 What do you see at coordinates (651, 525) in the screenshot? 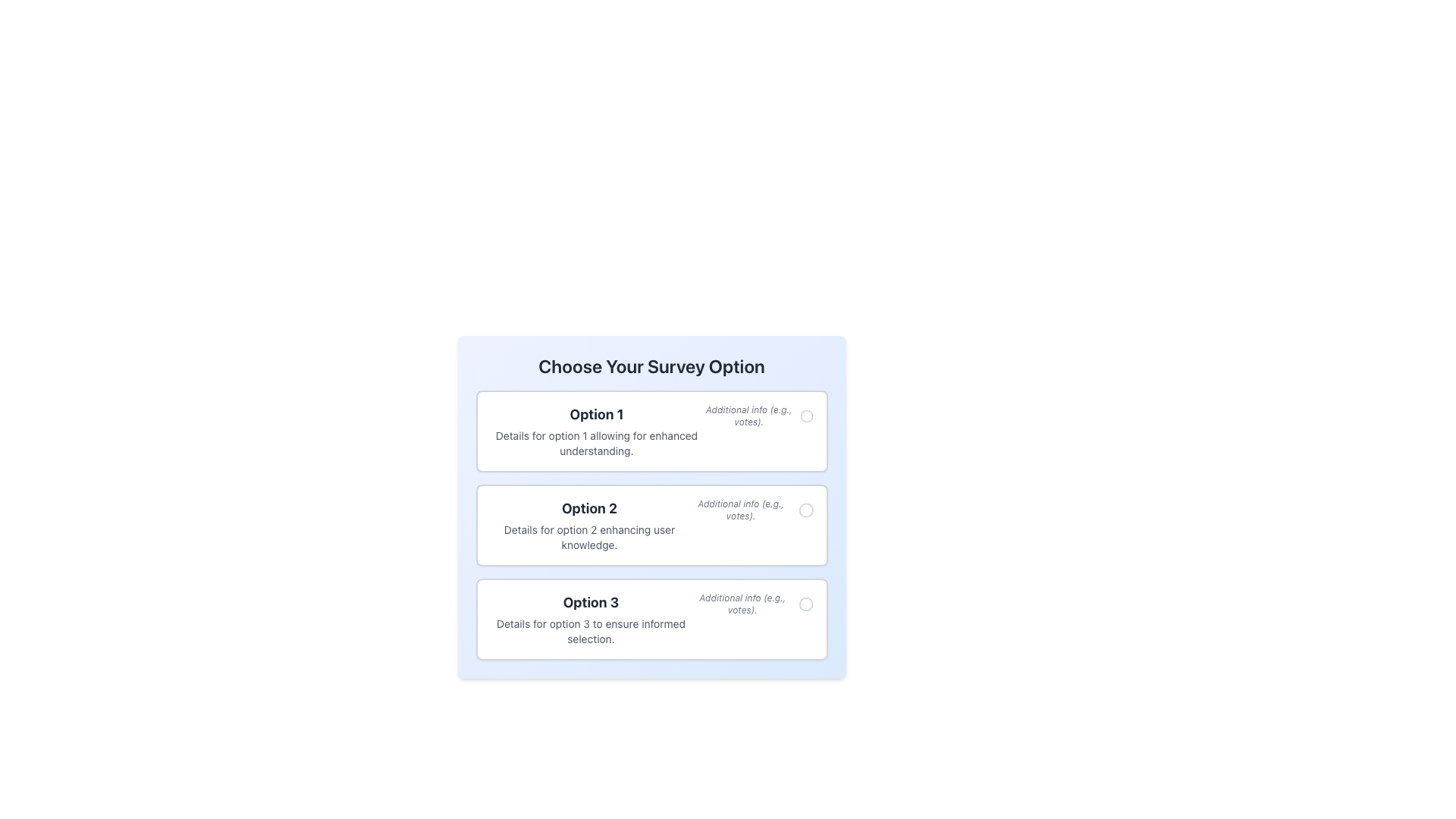
I see `the second option of the Selectable Option Group that presents a survey option for user selection` at bounding box center [651, 525].